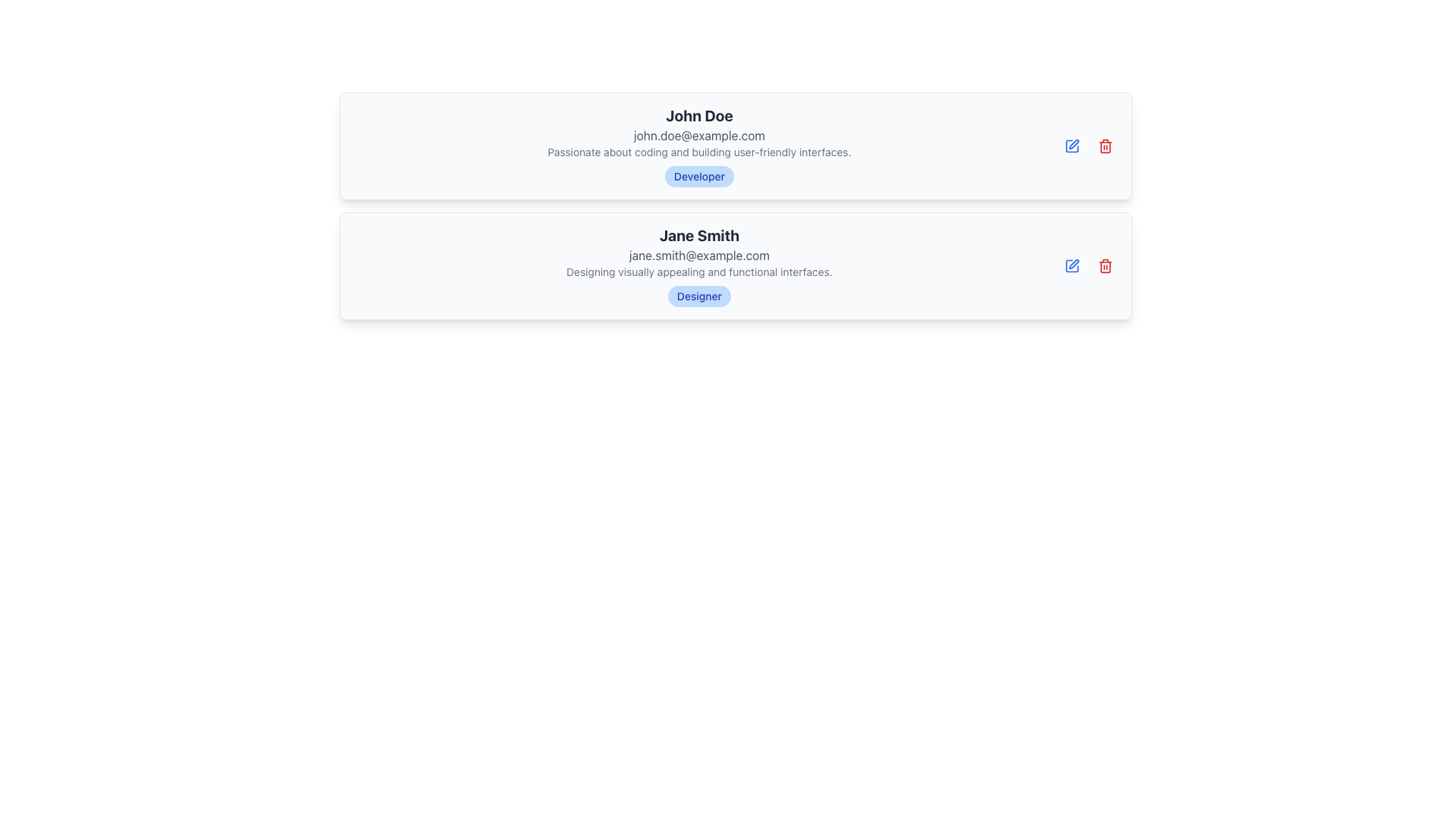  I want to click on the static text display showing the email address 'jane.smith@example.com', which is styled in light gray and is positioned below the name 'Jane Smith', so click(698, 254).